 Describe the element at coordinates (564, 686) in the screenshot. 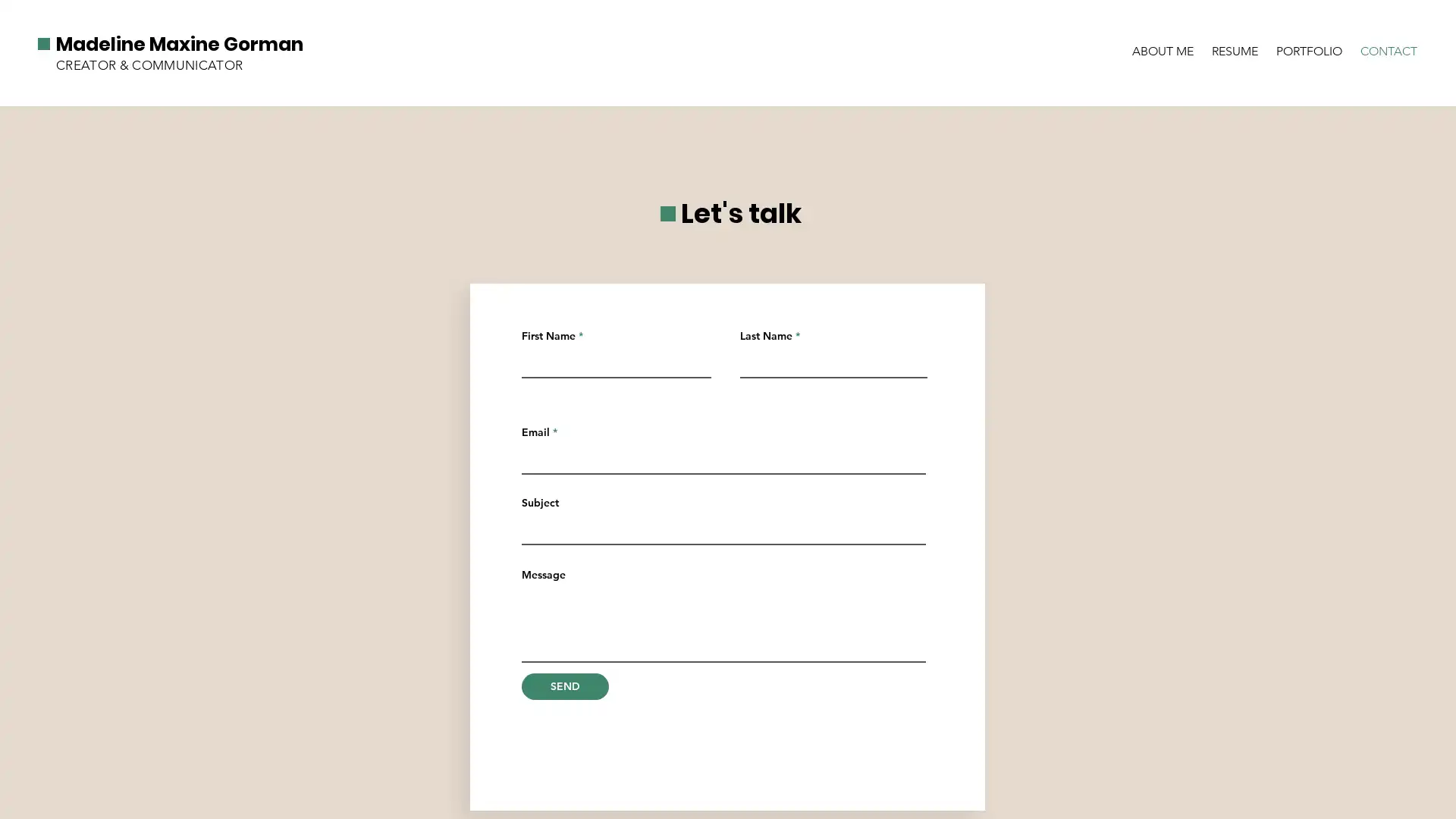

I see `SEND` at that location.